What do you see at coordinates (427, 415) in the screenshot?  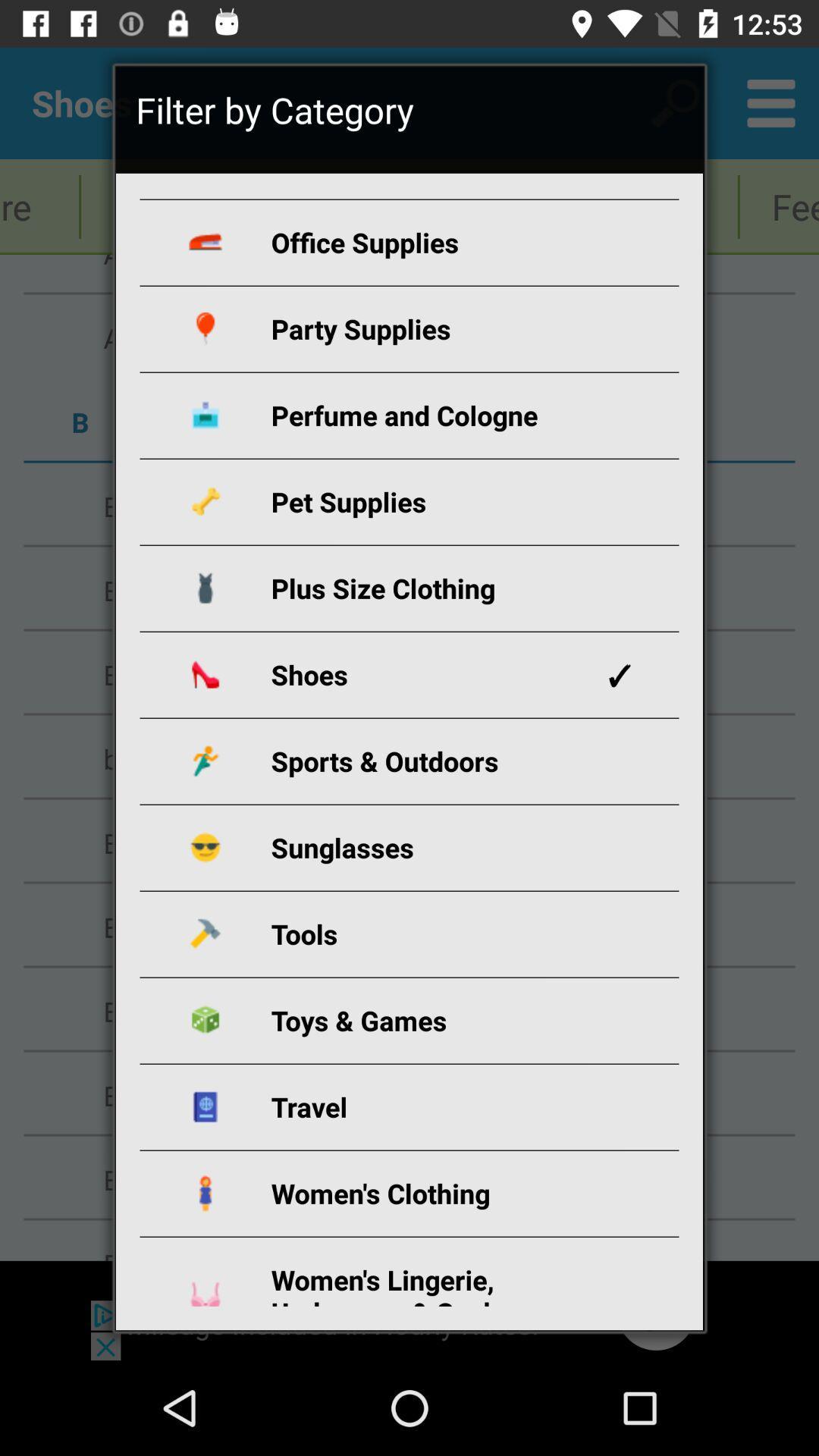 I see `the perfume and cologne icon` at bounding box center [427, 415].